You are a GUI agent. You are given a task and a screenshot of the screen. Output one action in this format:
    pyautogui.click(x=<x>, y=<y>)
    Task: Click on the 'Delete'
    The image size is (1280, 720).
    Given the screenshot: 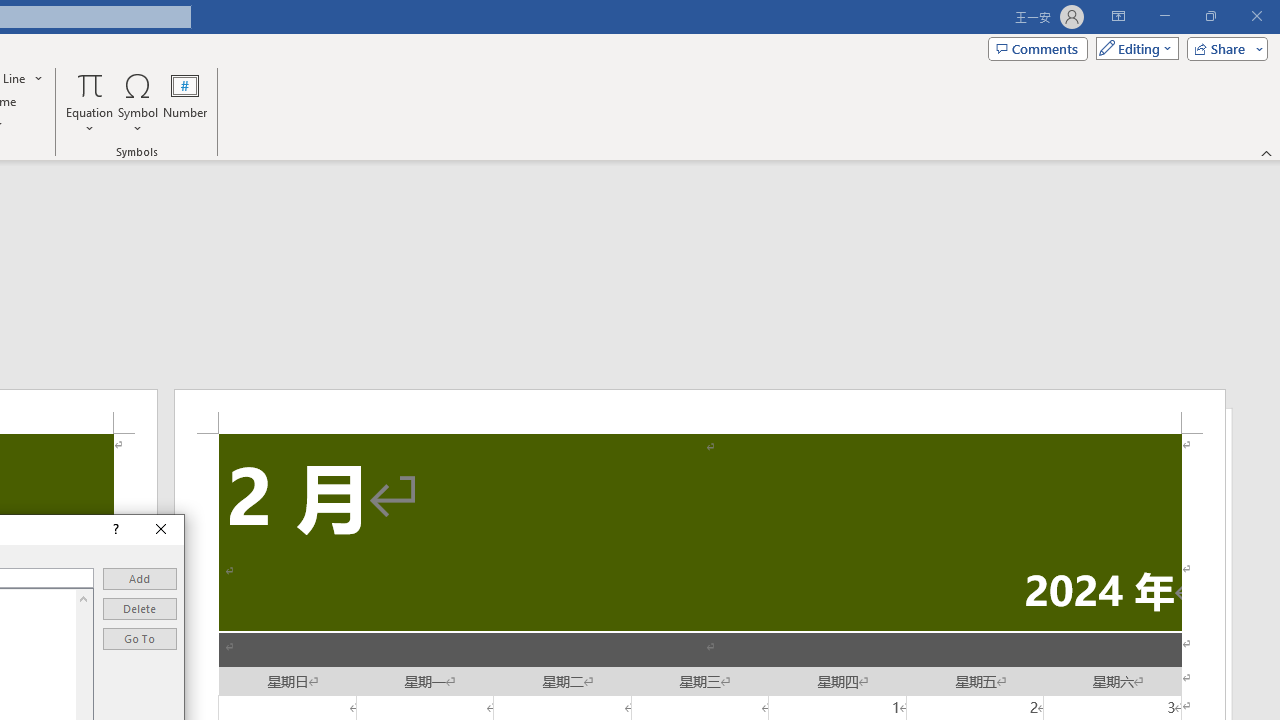 What is the action you would take?
    pyautogui.click(x=139, y=607)
    